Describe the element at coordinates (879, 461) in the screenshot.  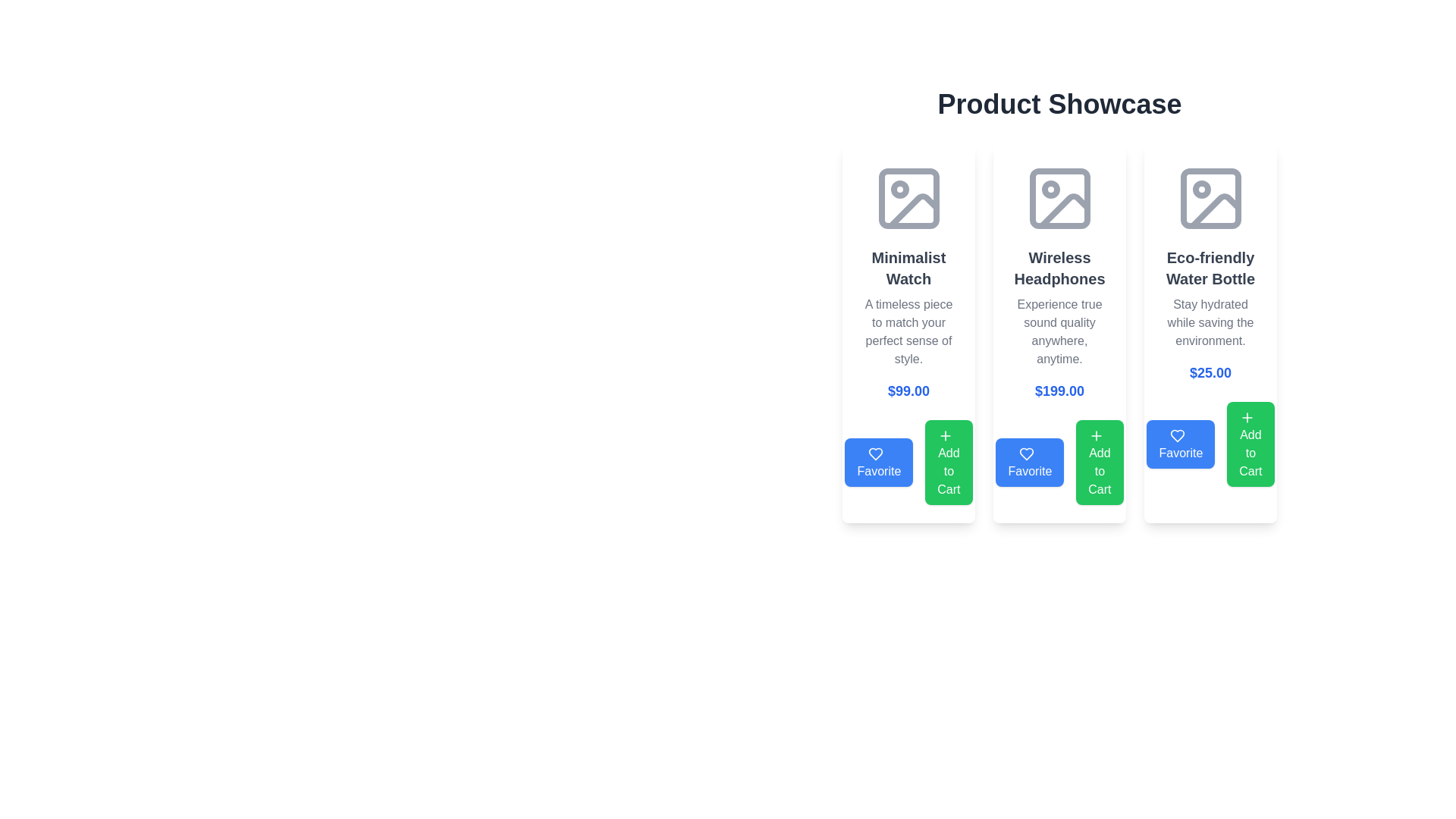
I see `the 'Mark as Favorite' button for the product 'Minimalist Watch'` at that location.